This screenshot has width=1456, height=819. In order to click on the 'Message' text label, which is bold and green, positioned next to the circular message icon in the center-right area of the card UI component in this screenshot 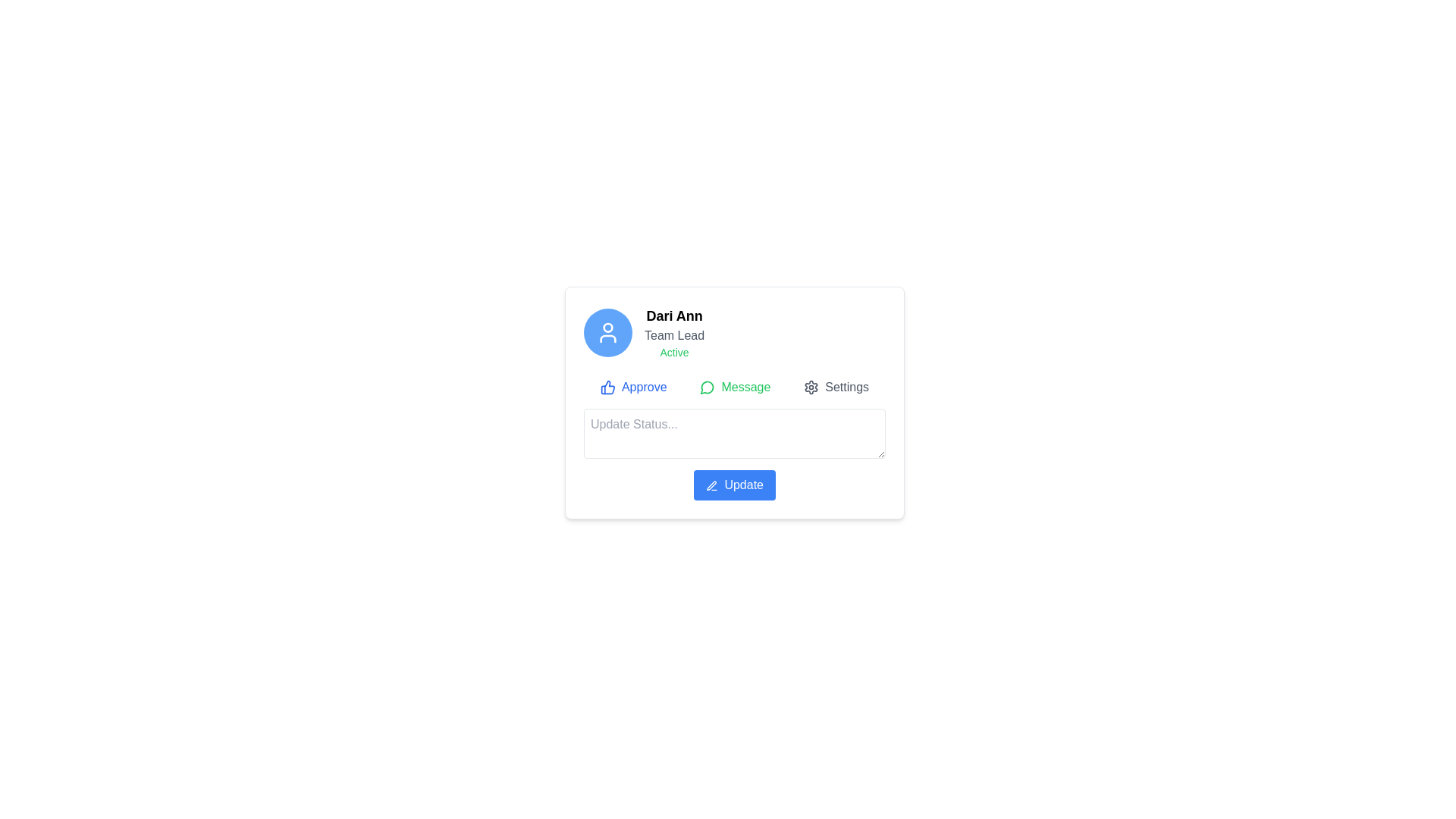, I will do `click(745, 386)`.